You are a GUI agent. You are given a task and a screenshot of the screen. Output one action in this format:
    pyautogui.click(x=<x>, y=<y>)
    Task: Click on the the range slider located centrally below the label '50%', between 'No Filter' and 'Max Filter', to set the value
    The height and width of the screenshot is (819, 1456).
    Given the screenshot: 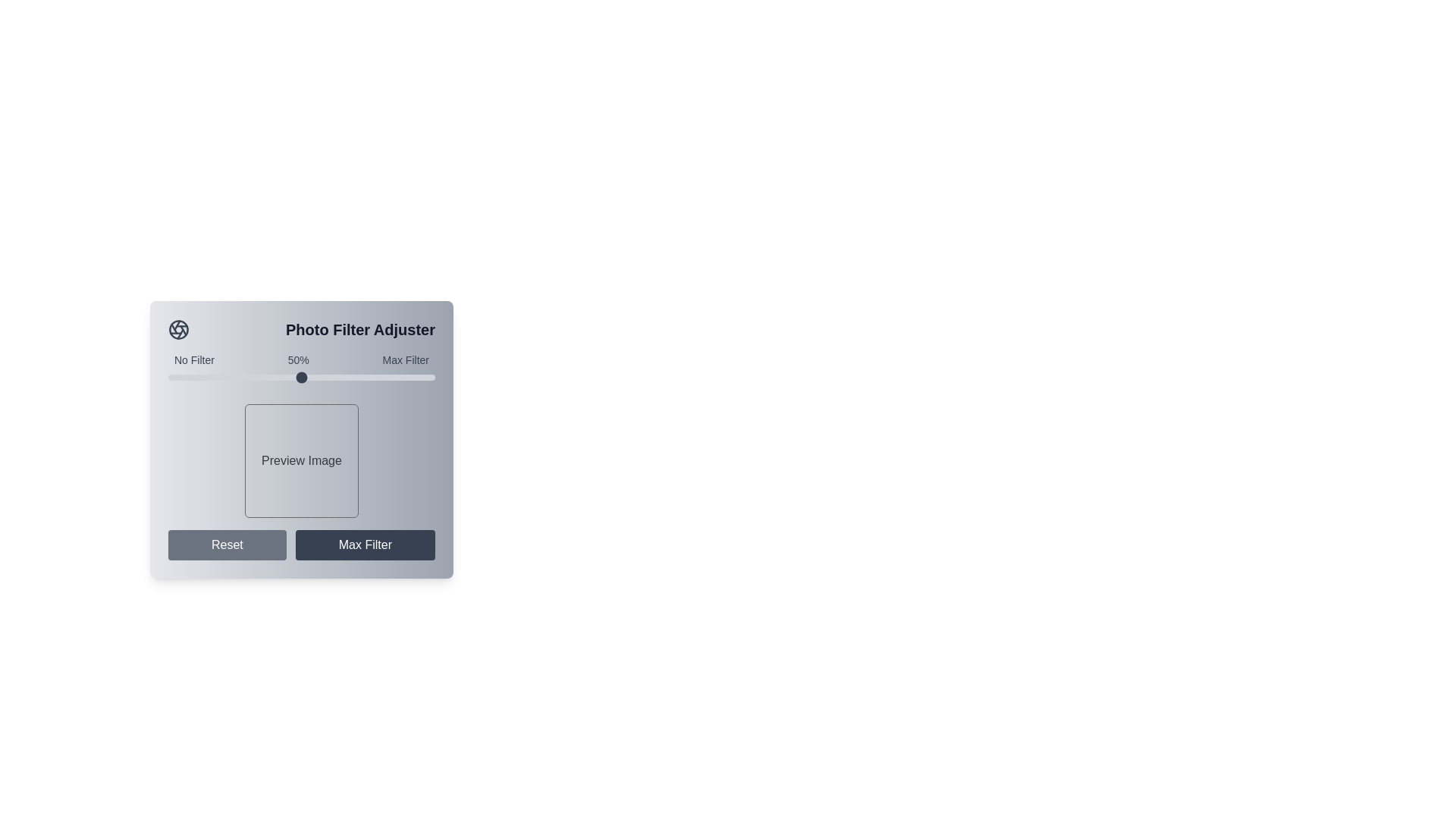 What is the action you would take?
    pyautogui.click(x=302, y=376)
    